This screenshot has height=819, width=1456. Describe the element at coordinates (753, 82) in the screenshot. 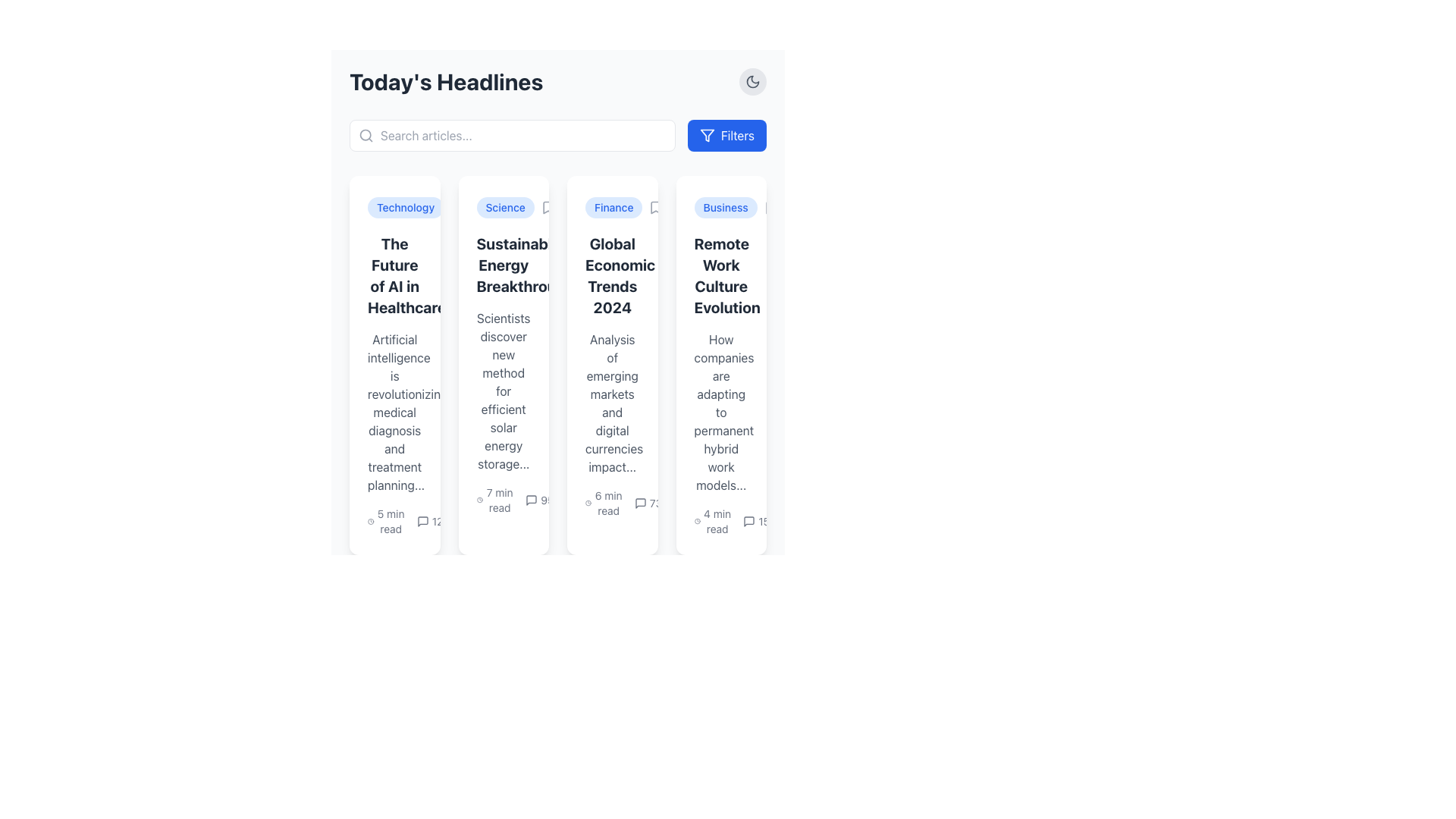

I see `moon icon button located at the top-right section of the UI for developer tools` at that location.